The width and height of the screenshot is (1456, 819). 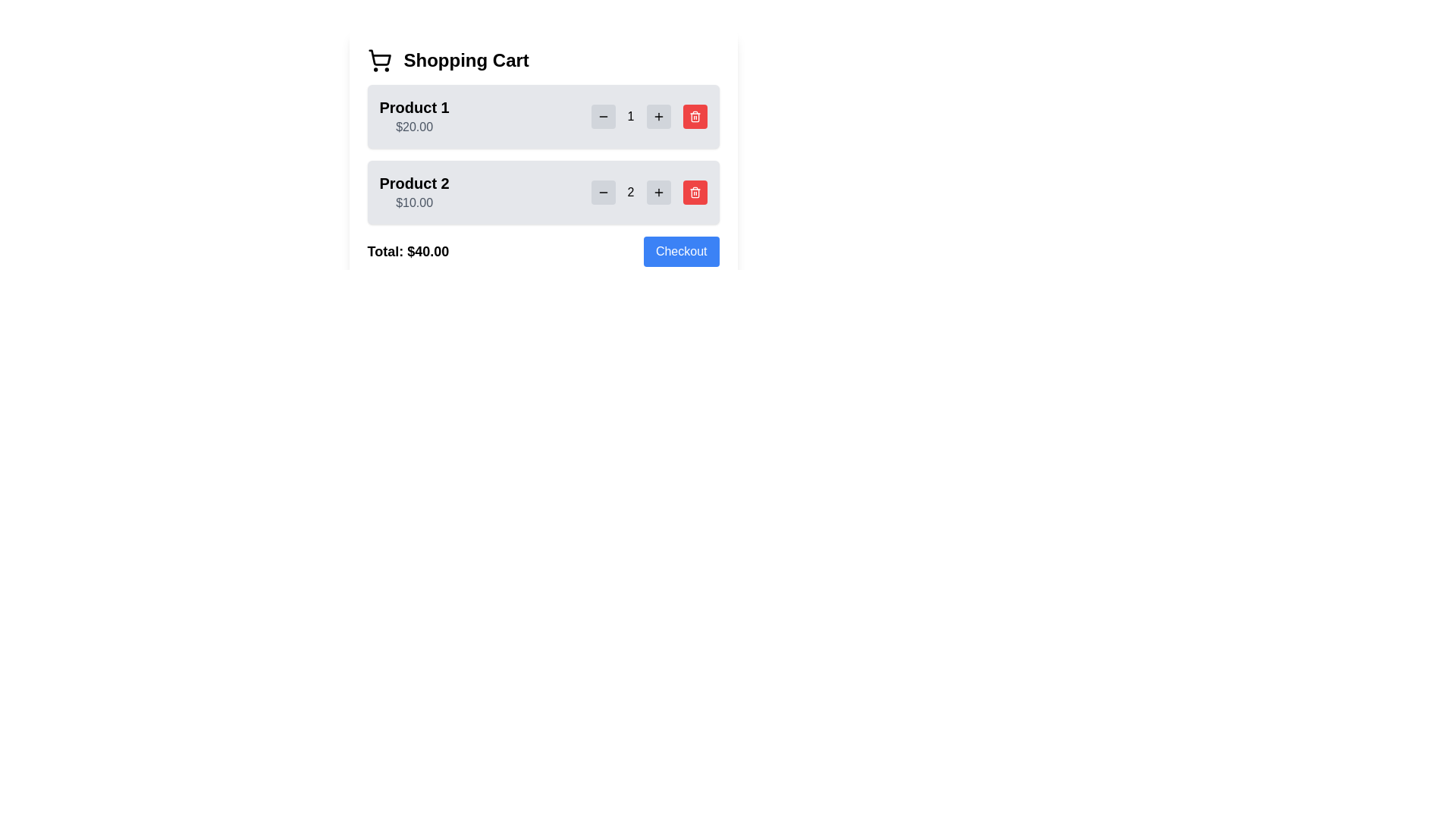 I want to click on the remove button for 'Product 2' in the shopping cart, so click(x=694, y=192).